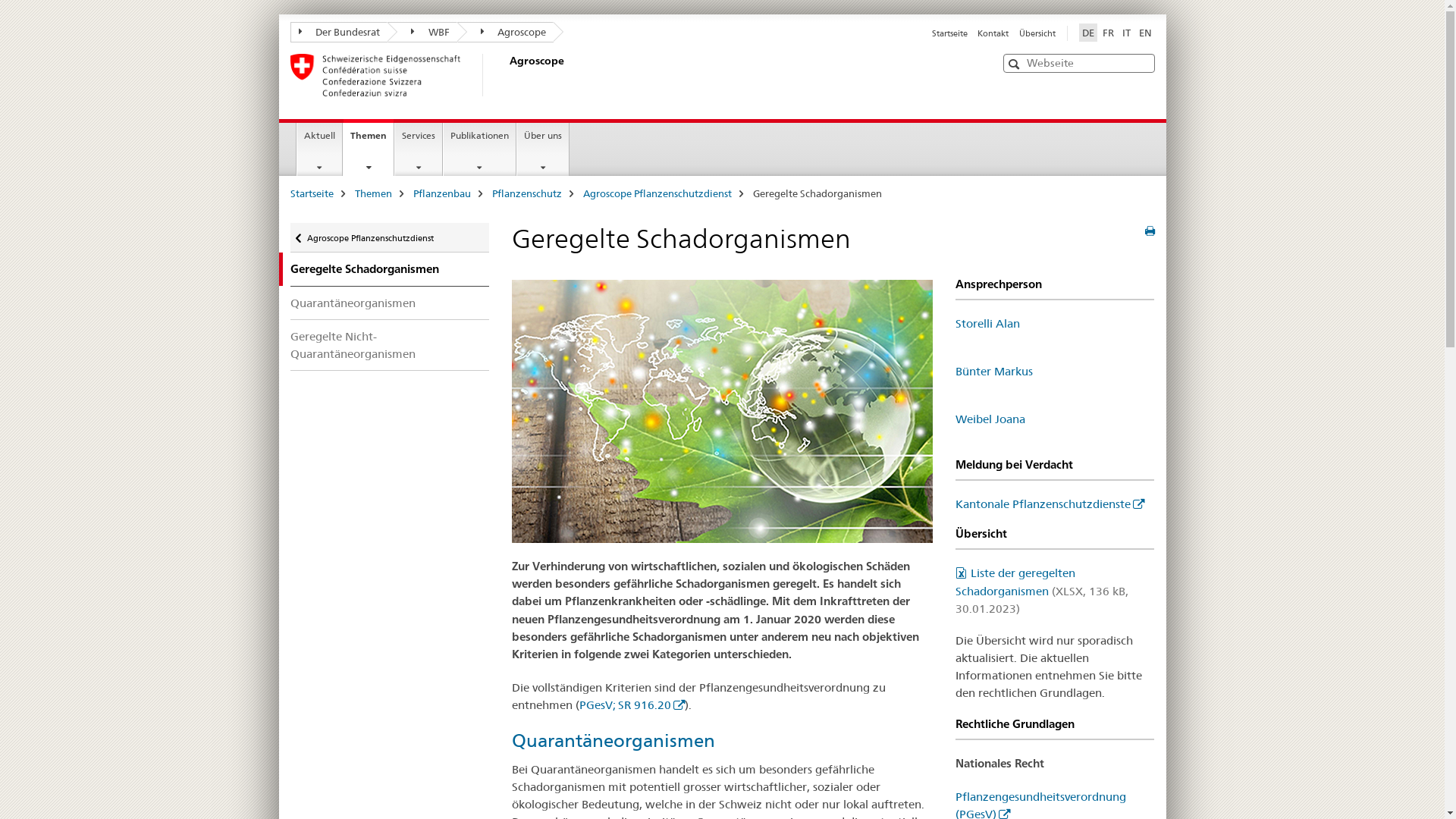 This screenshot has height=819, width=1456. What do you see at coordinates (1119, 32) in the screenshot?
I see `'IT'` at bounding box center [1119, 32].